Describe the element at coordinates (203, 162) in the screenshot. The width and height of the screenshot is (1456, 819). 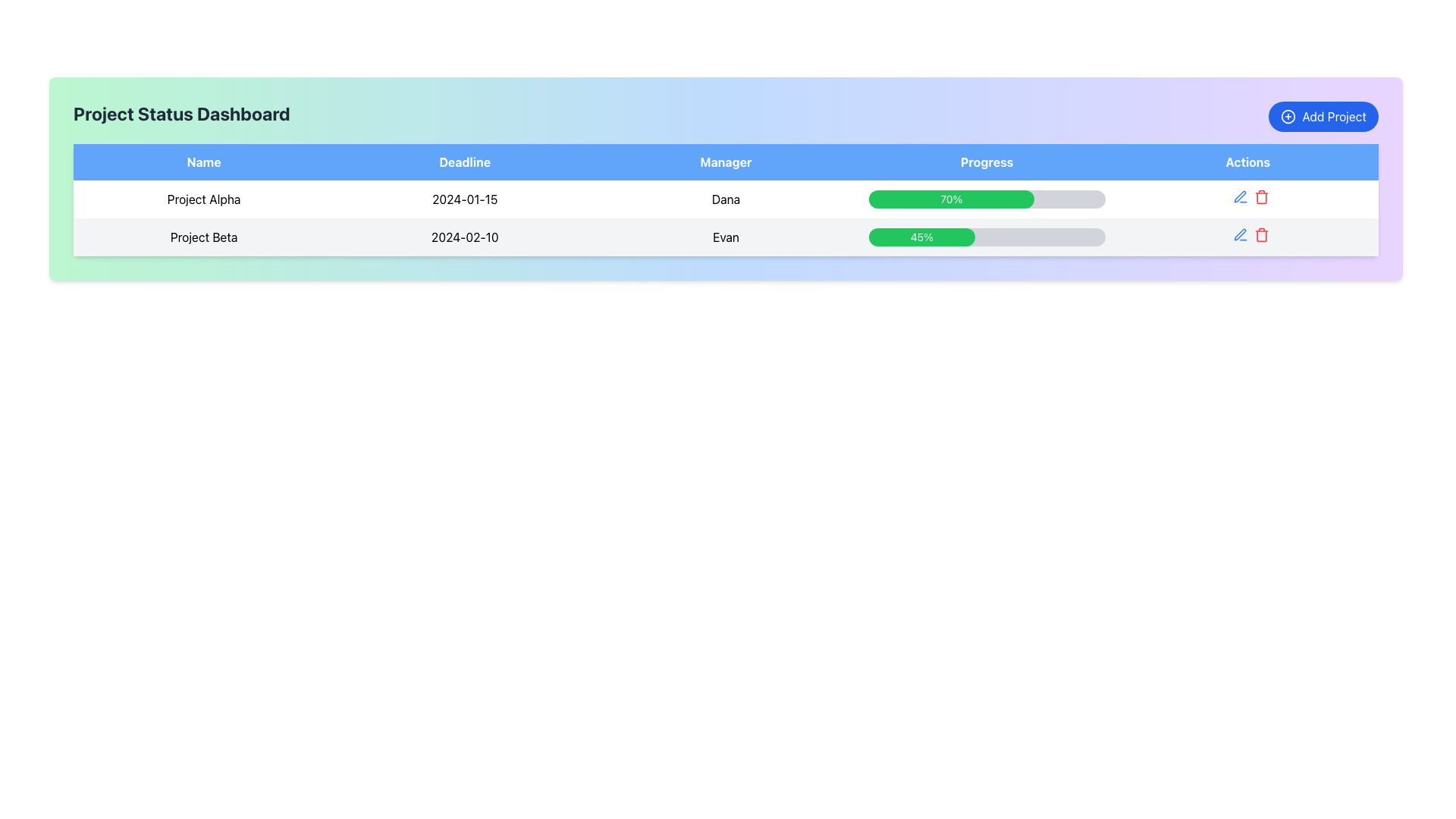
I see `the Table Header Cell labeled 'Name' which has a blue background and white text, located on the far left of the row` at that location.